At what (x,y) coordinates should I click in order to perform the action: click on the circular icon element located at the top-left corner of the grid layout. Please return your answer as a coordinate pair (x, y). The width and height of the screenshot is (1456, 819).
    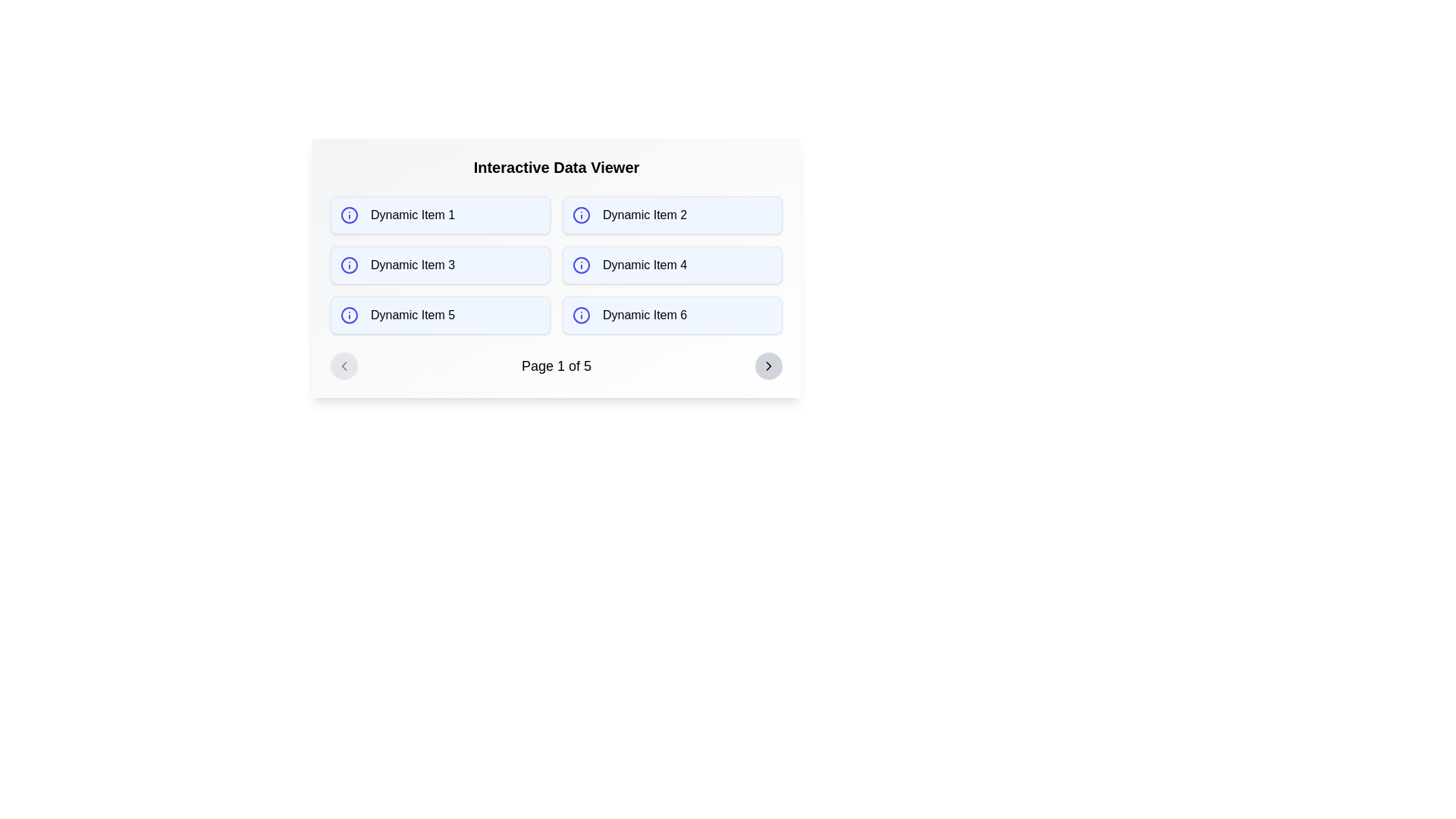
    Looking at the image, I should click on (348, 215).